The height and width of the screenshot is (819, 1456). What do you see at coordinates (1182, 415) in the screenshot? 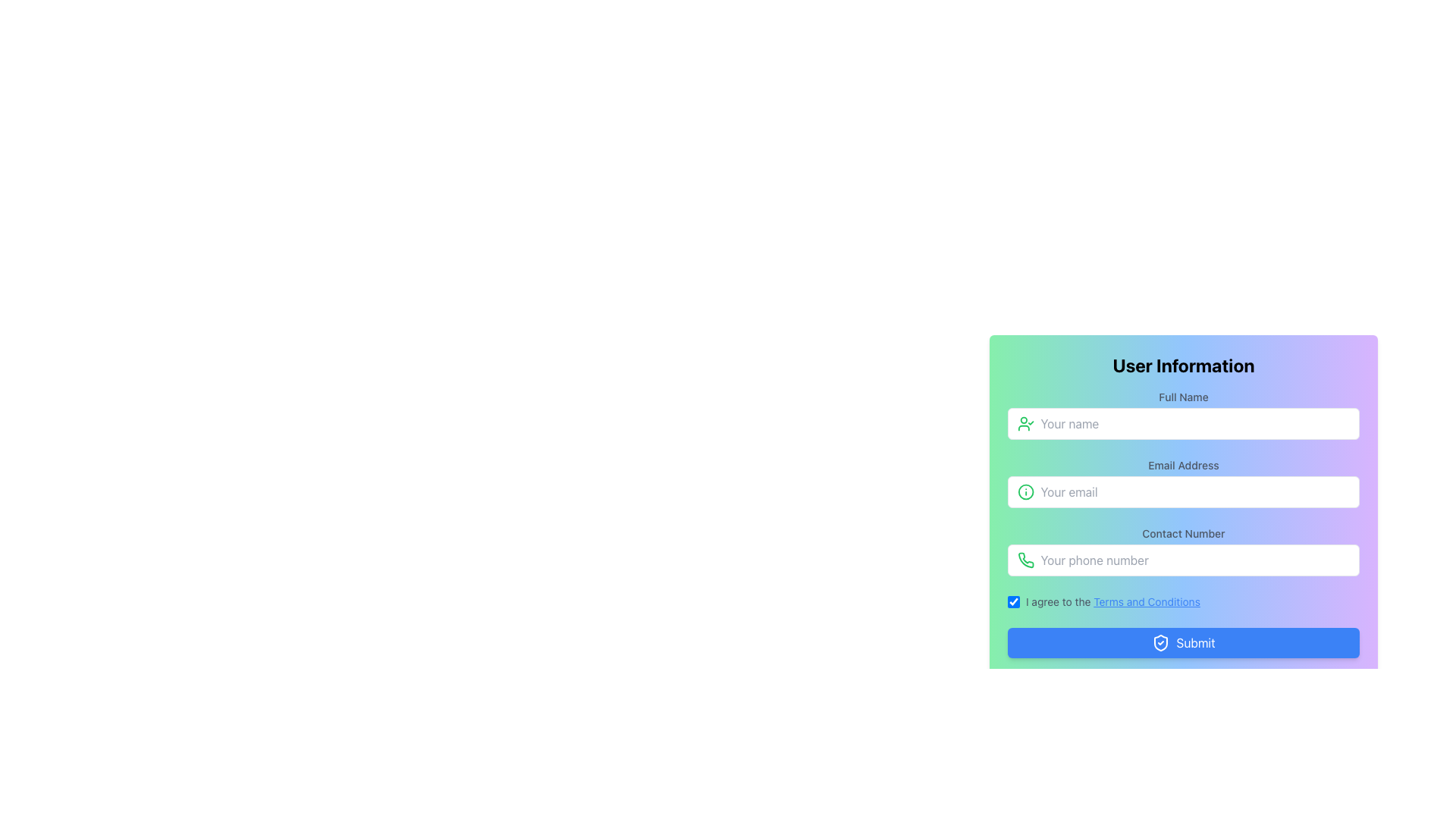
I see `the 'Full Name' text input field to focus on it, which is the first field in the 'User Information' form, labeled with 'Full Name' and has a placeholder 'Your name'` at bounding box center [1182, 415].